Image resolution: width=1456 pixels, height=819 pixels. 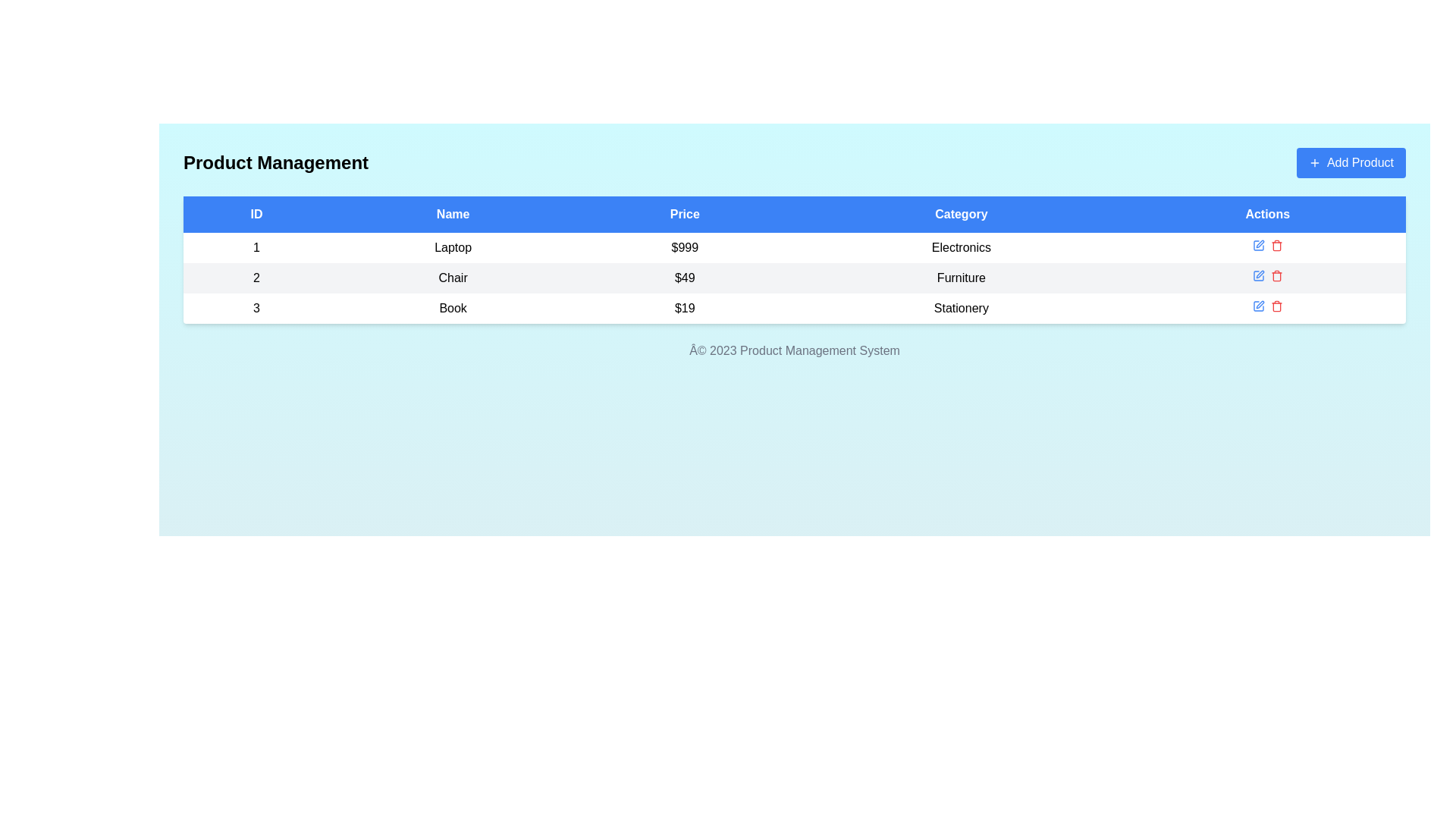 What do you see at coordinates (960, 278) in the screenshot?
I see `text label displaying 'Furniture' located in the fourth column under the 'Category' header of the second row of the table` at bounding box center [960, 278].